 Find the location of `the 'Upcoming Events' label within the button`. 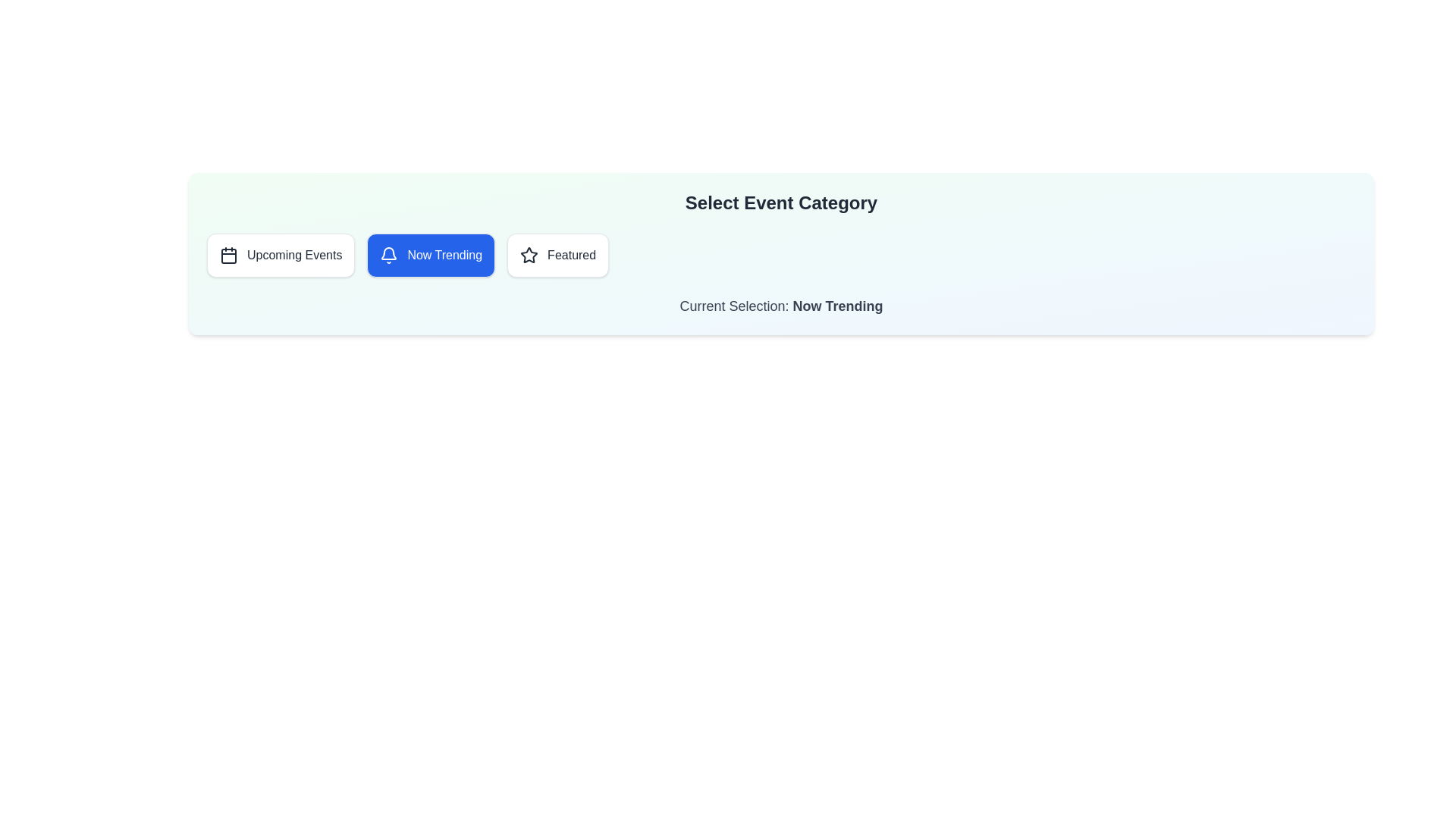

the 'Upcoming Events' label within the button is located at coordinates (294, 254).